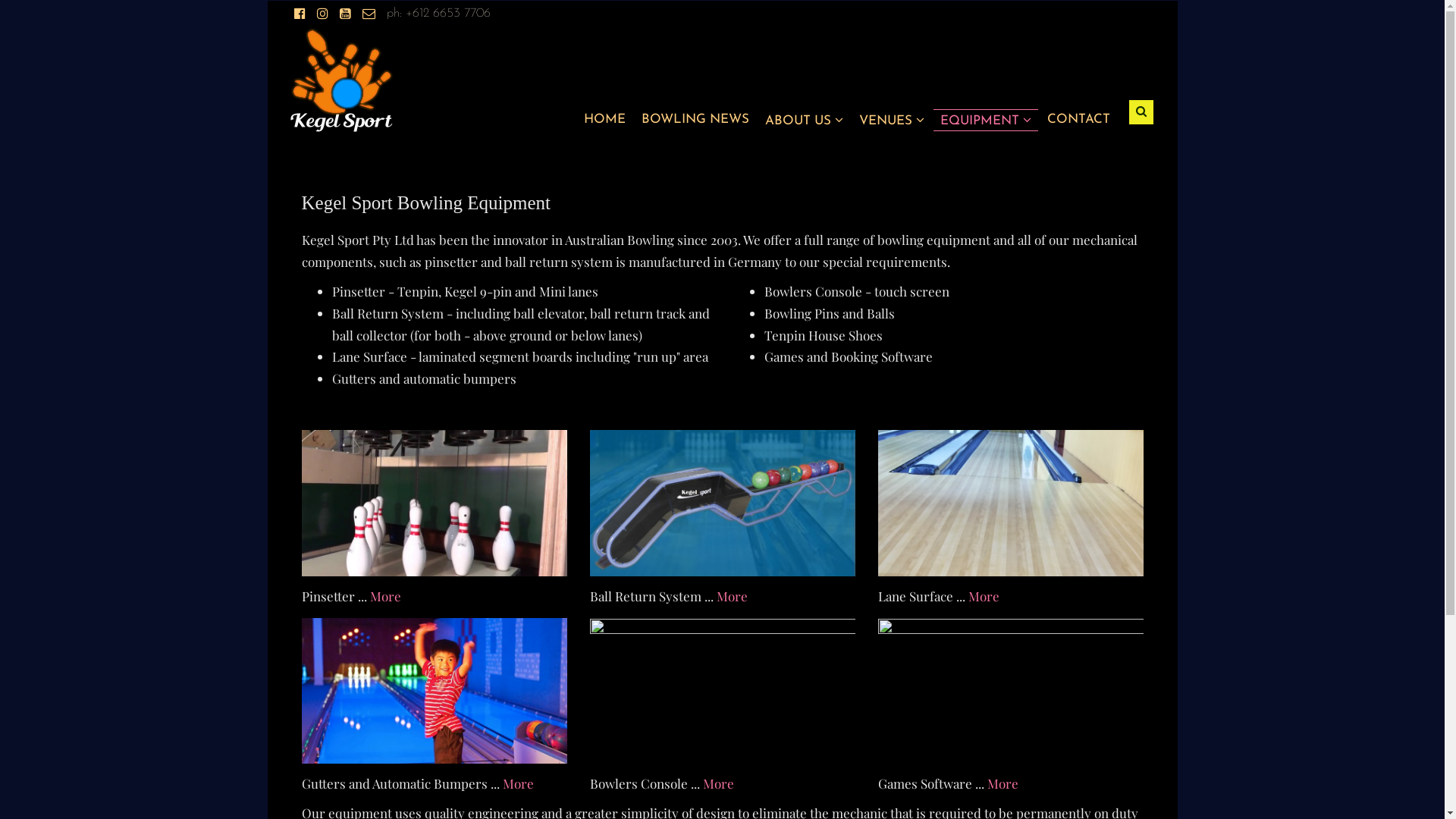 The height and width of the screenshot is (819, 1456). I want to click on 'String Setters', so click(433, 503).